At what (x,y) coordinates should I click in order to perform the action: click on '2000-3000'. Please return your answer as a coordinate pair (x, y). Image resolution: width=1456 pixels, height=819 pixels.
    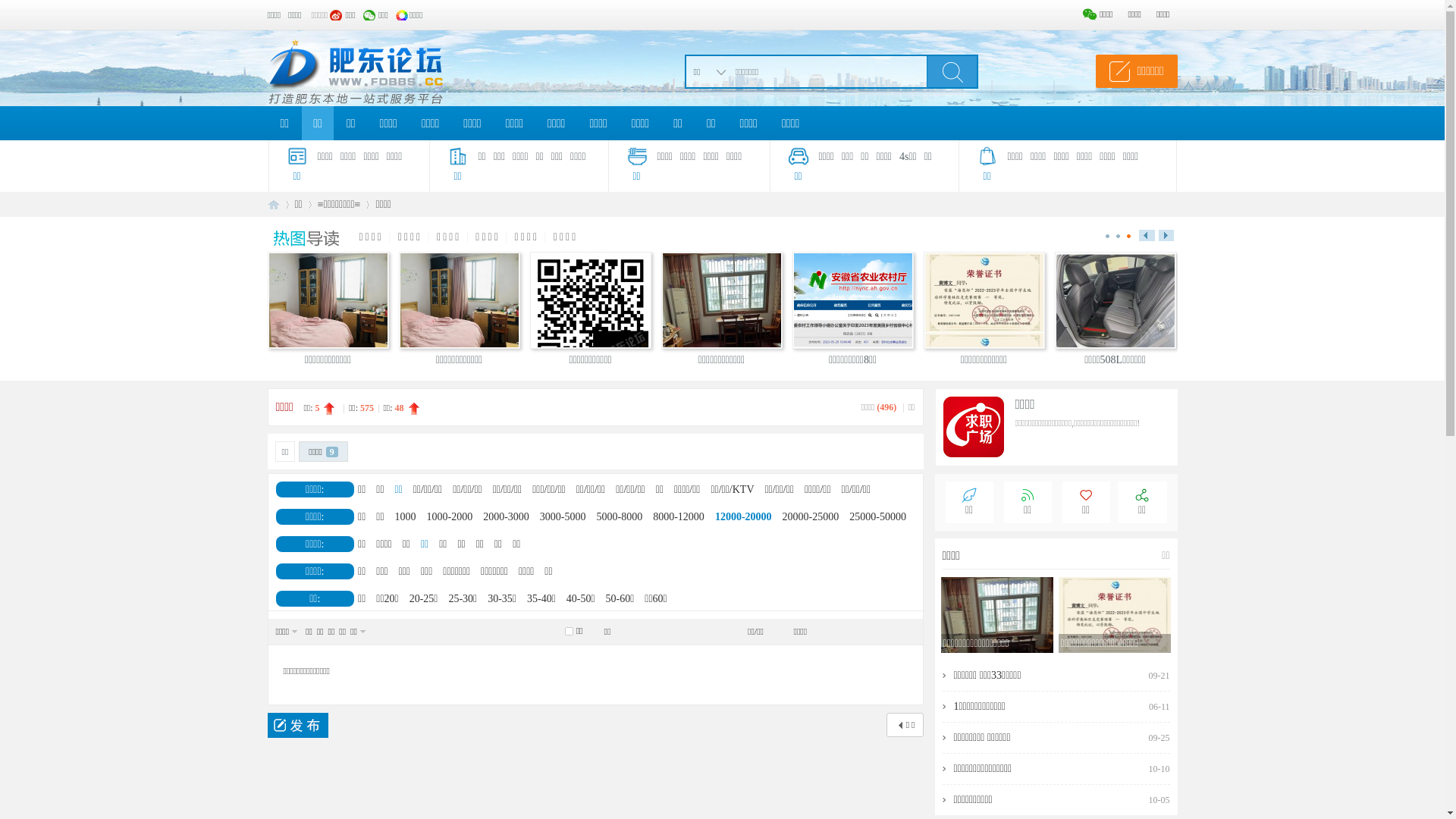
    Looking at the image, I should click on (506, 516).